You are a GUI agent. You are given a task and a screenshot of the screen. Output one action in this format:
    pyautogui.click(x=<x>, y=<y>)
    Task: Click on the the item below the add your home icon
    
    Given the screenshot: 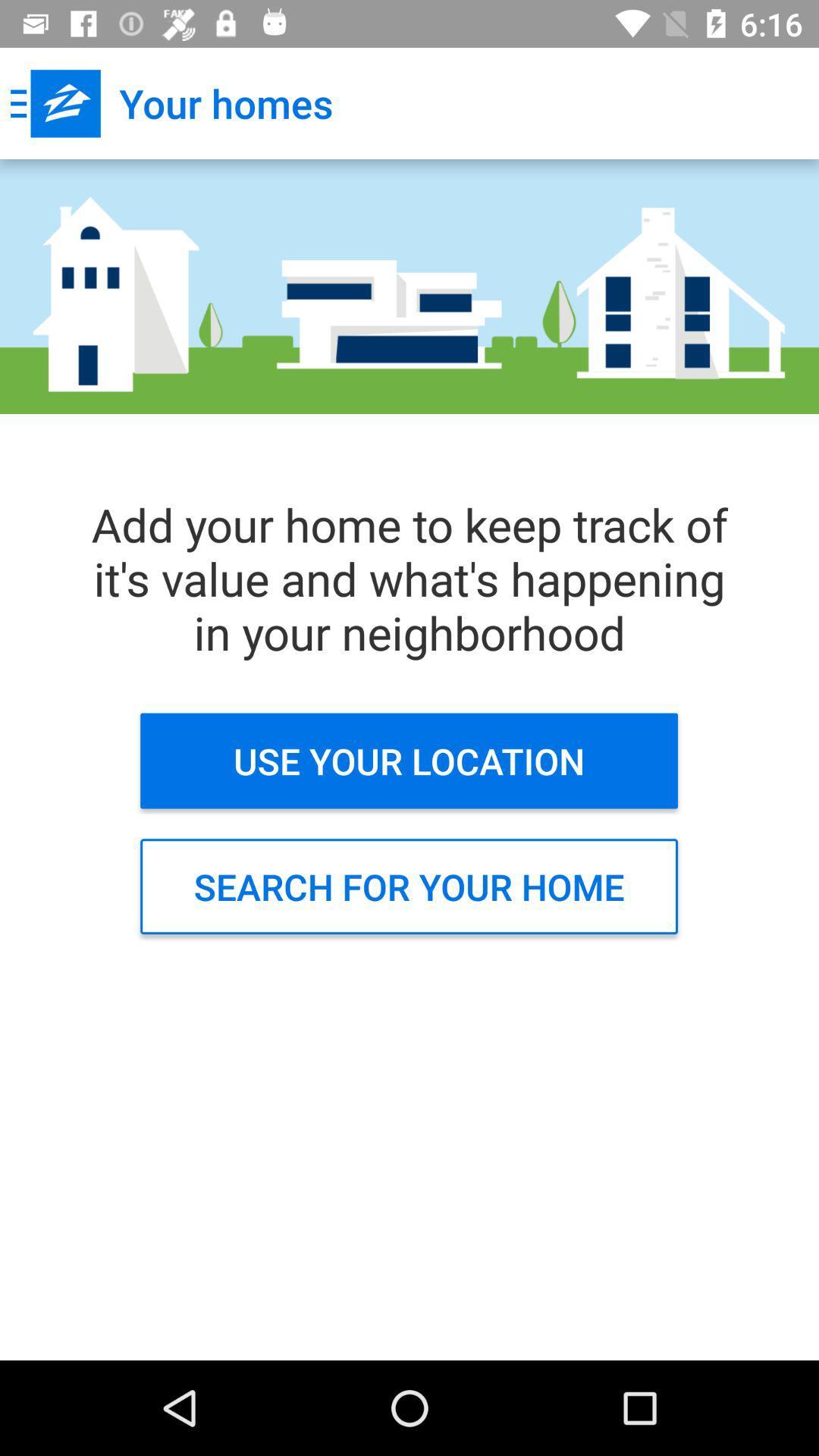 What is the action you would take?
    pyautogui.click(x=408, y=761)
    